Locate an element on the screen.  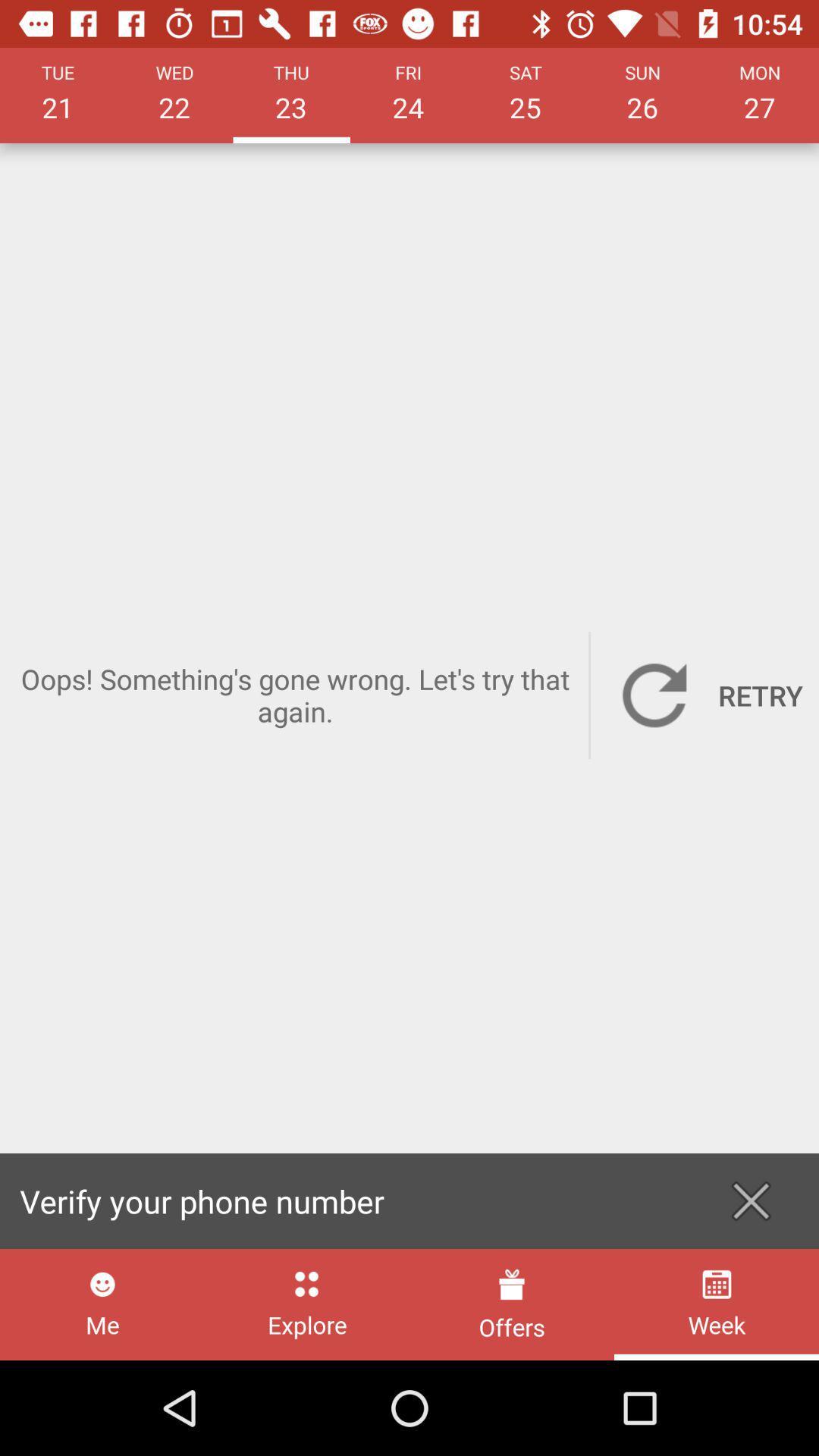
item to the left of the offers is located at coordinates (307, 1304).